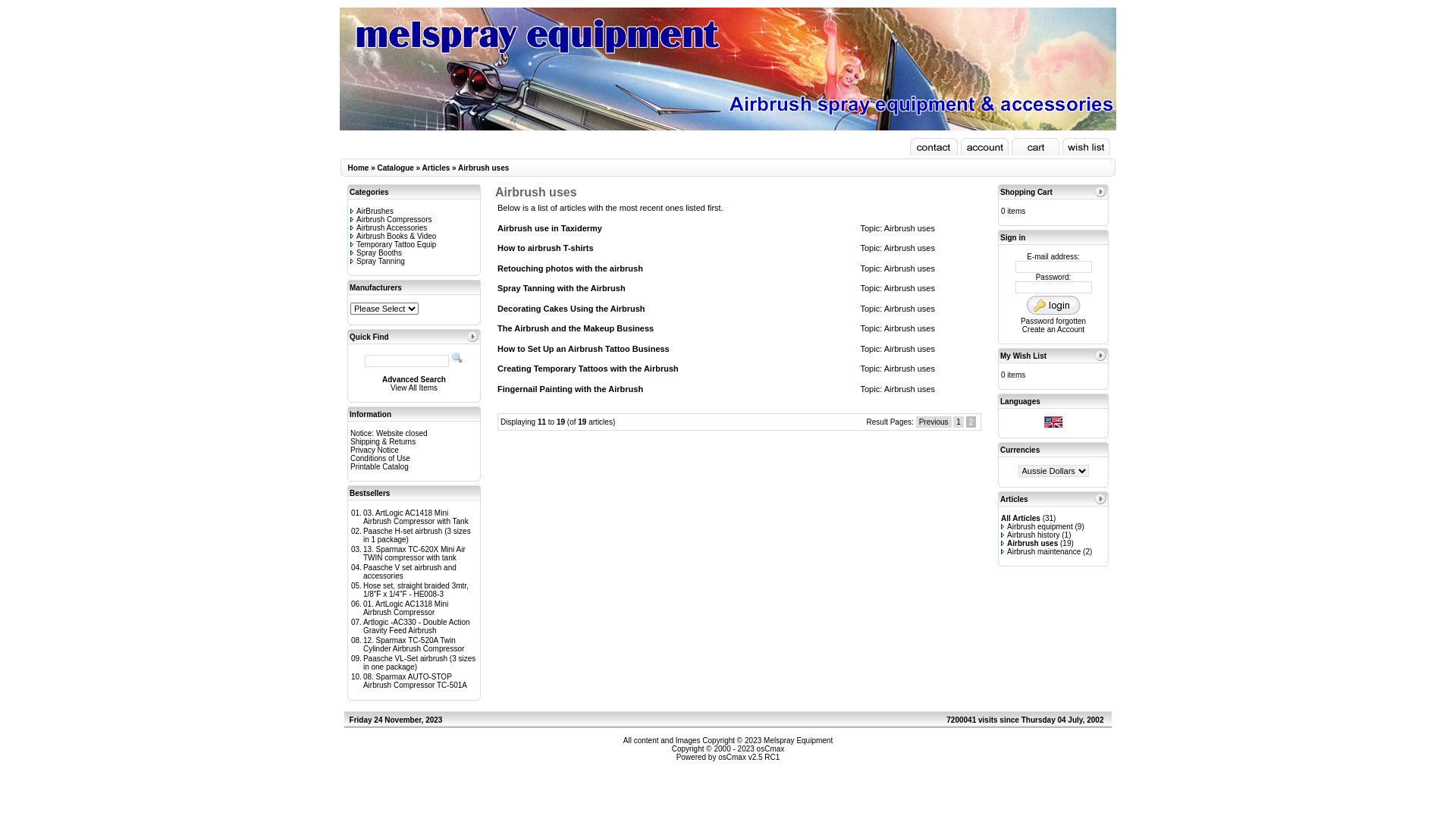 The image size is (1456, 819). Describe the element at coordinates (409, 571) in the screenshot. I see `'Paasche V set airbrush and accessories'` at that location.